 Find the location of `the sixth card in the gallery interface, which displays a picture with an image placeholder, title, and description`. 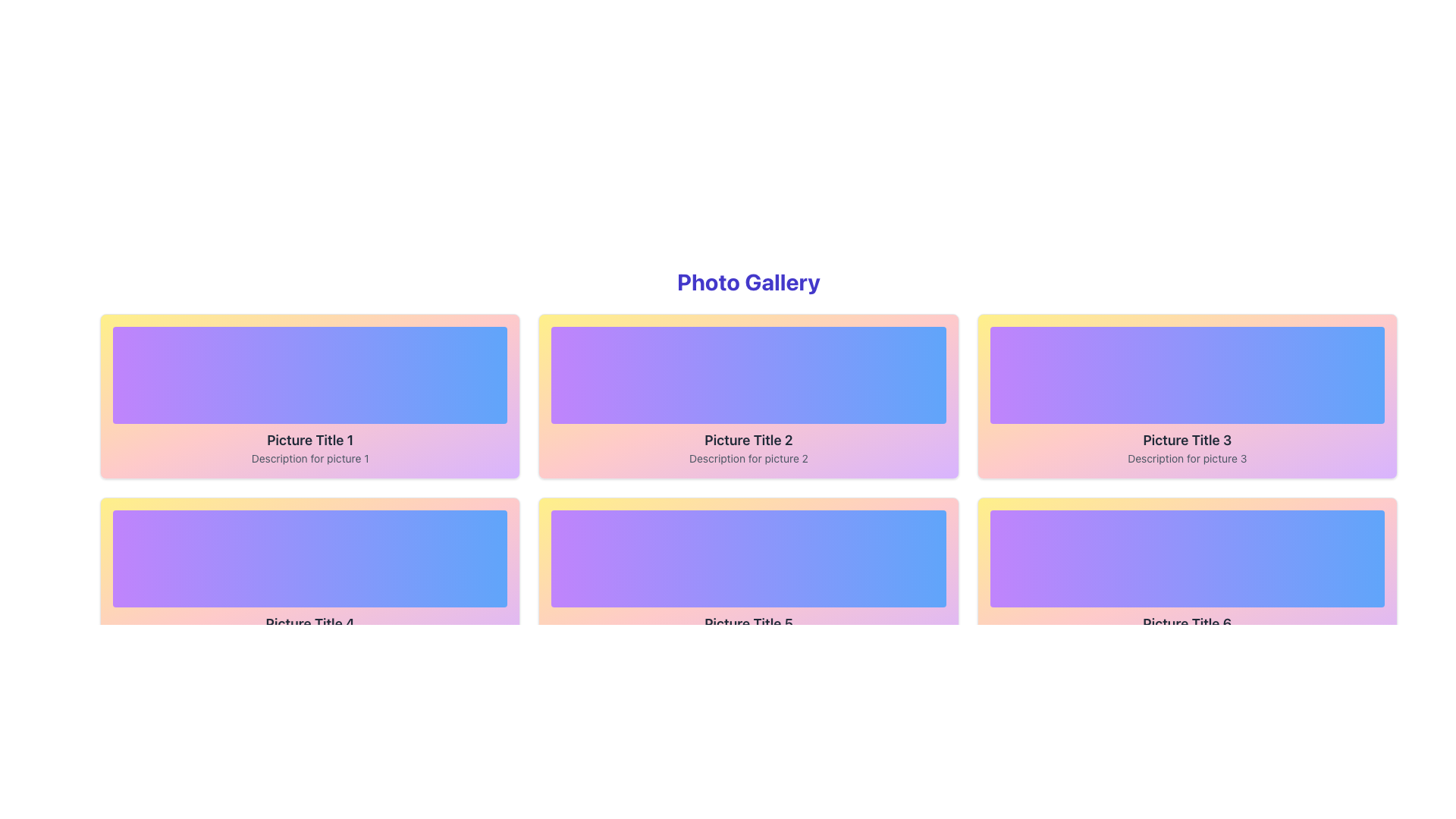

the sixth card in the gallery interface, which displays a picture with an image placeholder, title, and description is located at coordinates (1186, 579).